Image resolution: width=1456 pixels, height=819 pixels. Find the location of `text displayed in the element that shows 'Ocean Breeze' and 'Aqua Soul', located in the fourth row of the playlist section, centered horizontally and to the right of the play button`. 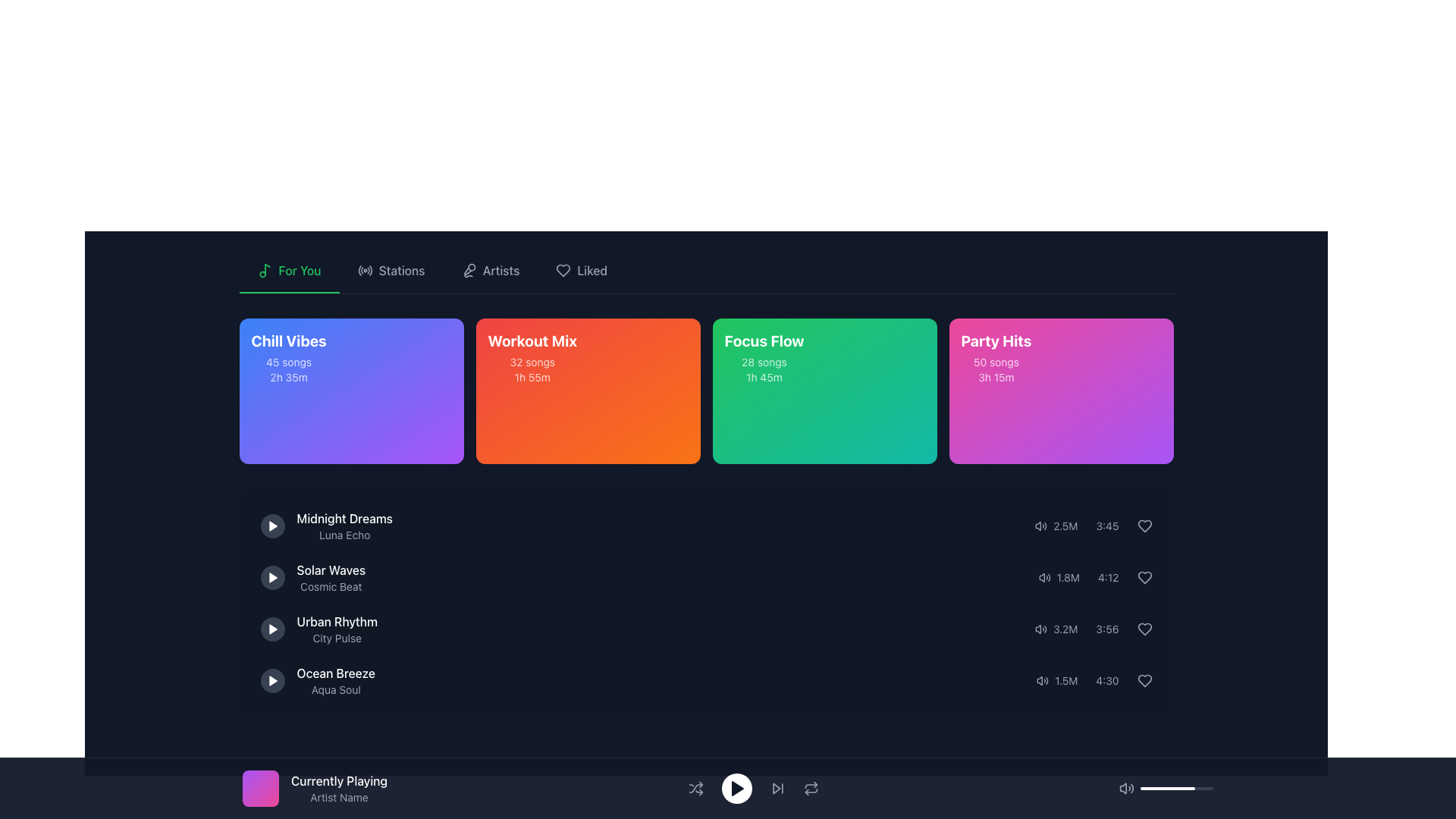

text displayed in the element that shows 'Ocean Breeze' and 'Aqua Soul', located in the fourth row of the playlist section, centered horizontally and to the right of the play button is located at coordinates (335, 680).